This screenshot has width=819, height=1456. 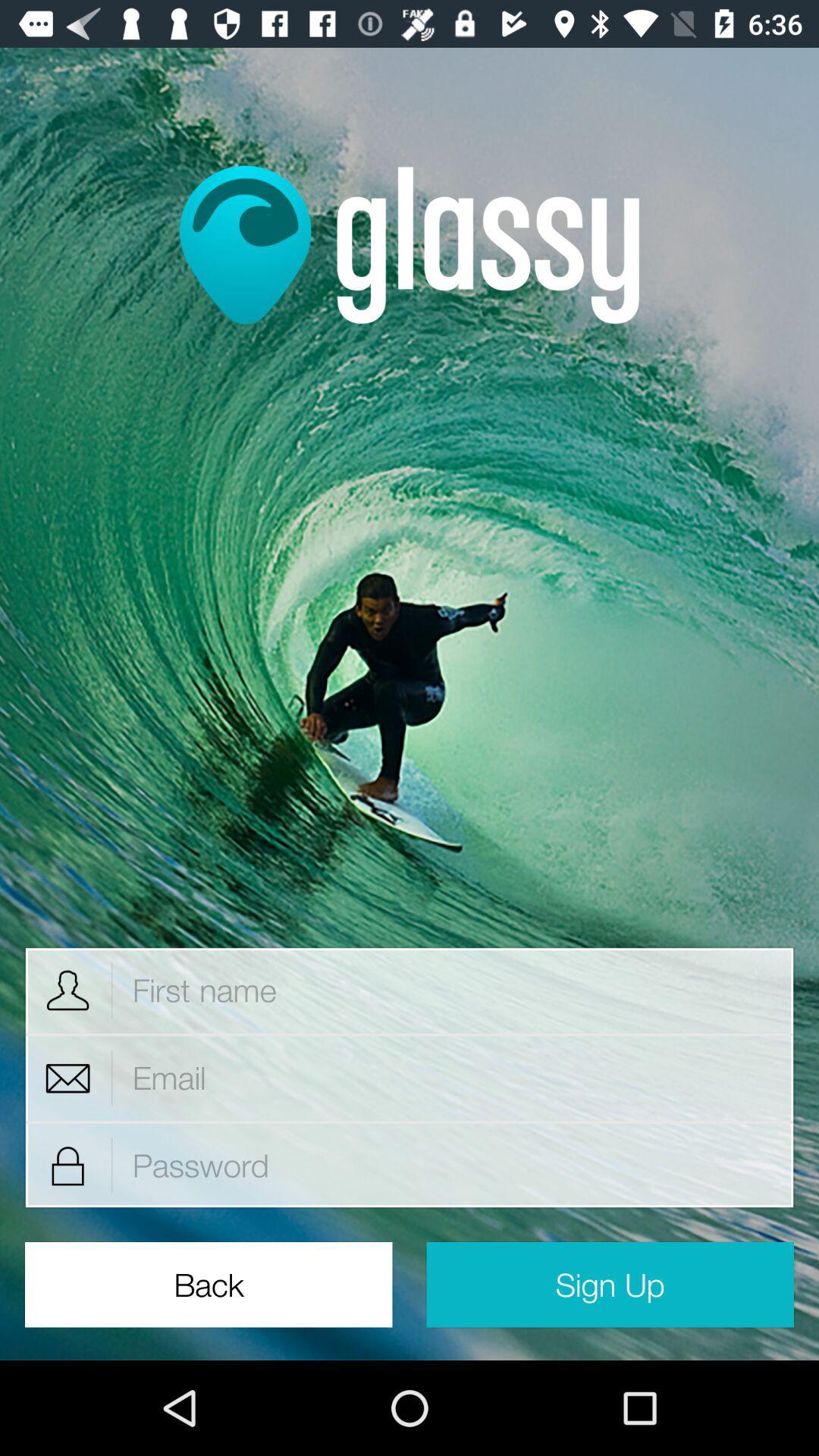 I want to click on password, so click(x=453, y=1164).